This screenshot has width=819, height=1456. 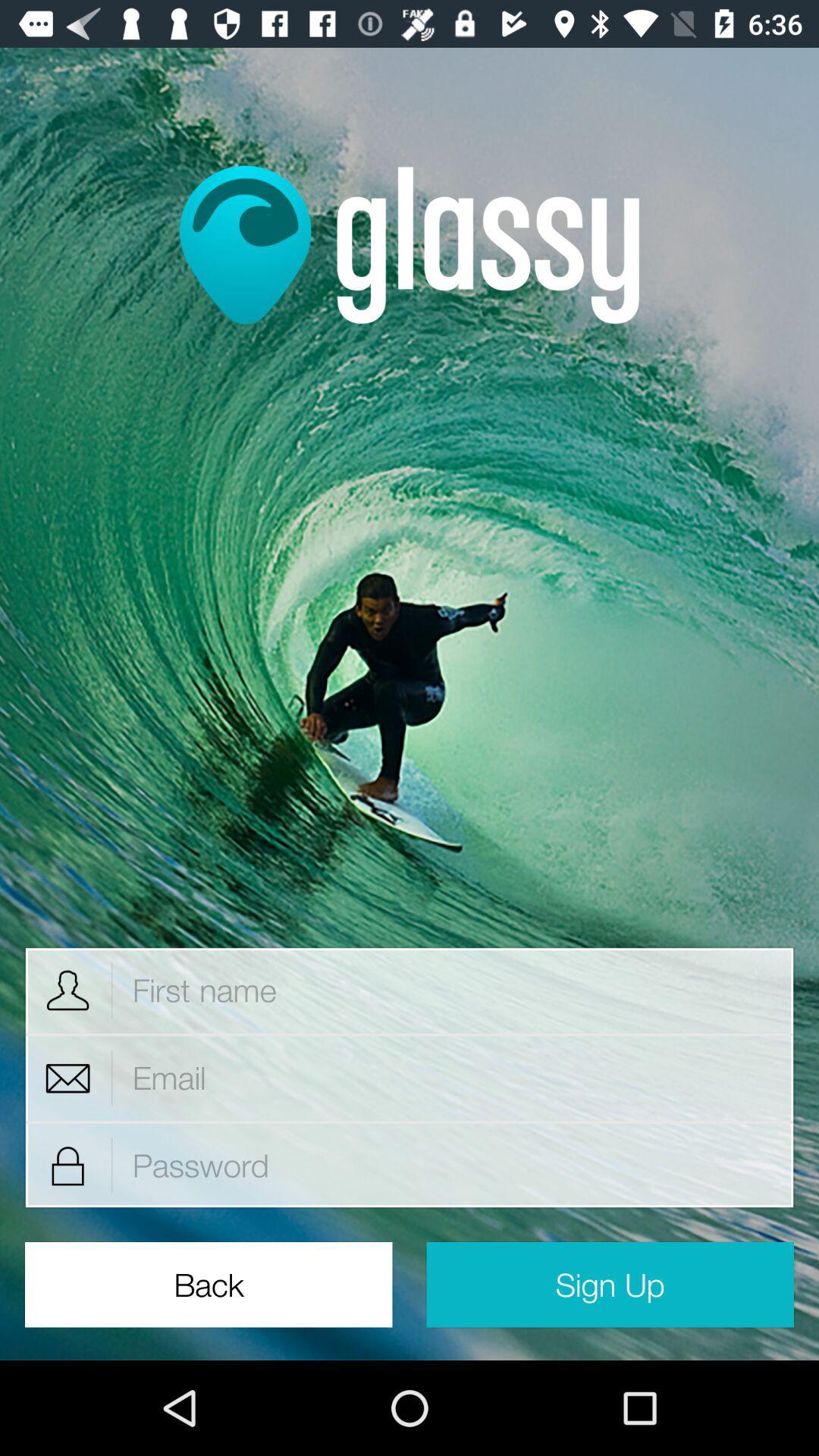 I want to click on password, so click(x=453, y=1164).